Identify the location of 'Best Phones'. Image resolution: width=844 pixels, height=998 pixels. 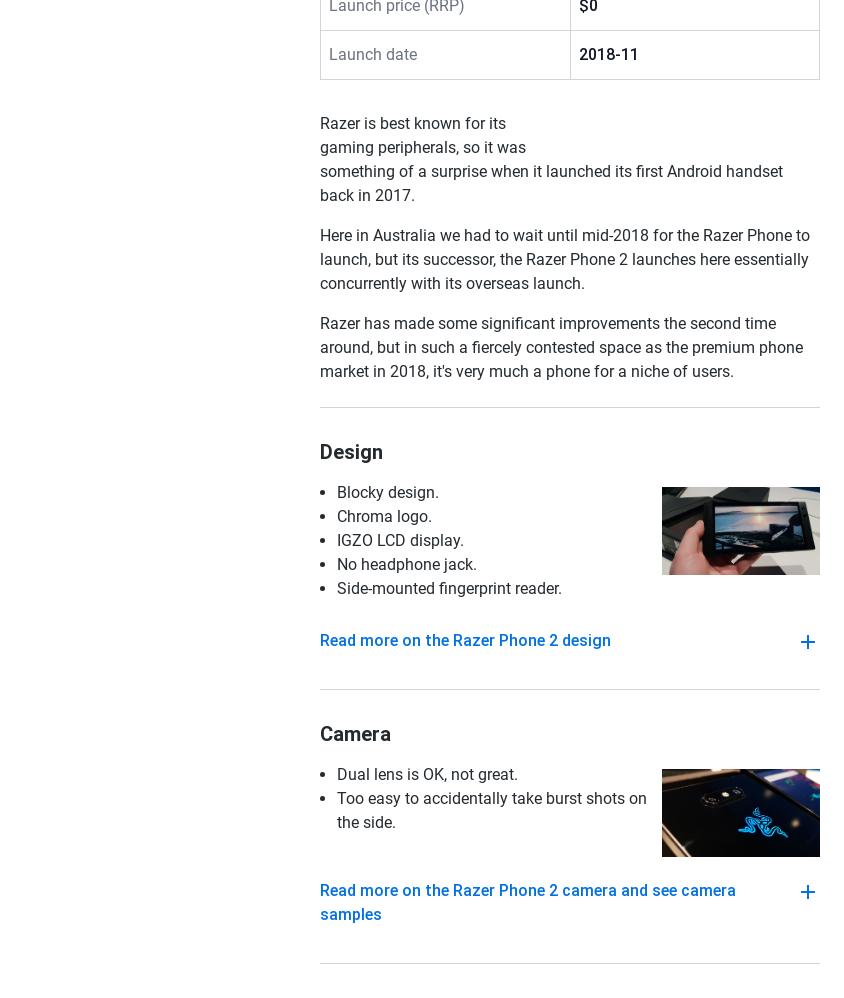
(55, 102).